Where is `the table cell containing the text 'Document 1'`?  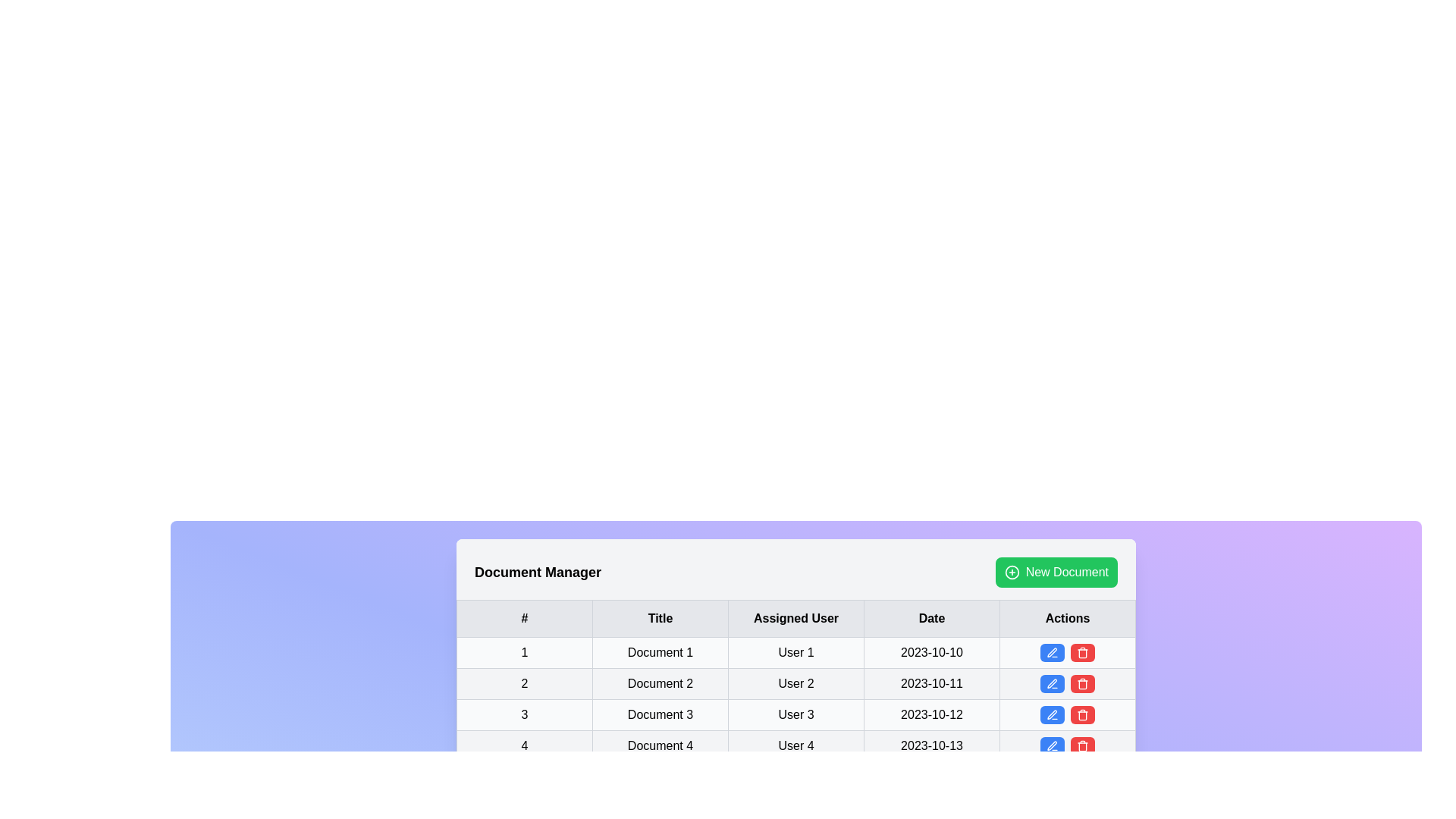 the table cell containing the text 'Document 1' is located at coordinates (660, 651).